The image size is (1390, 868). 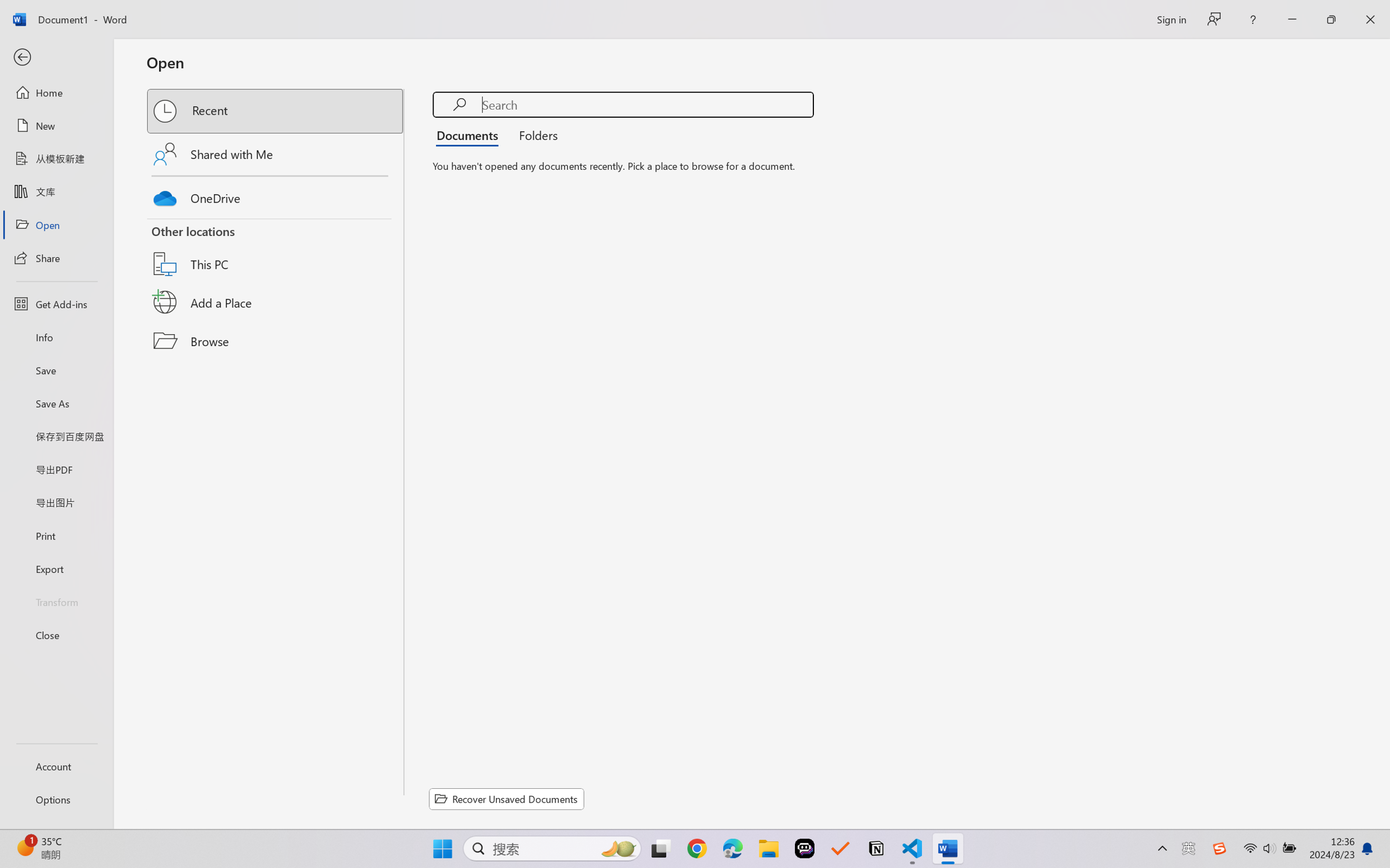 I want to click on 'Folders', so click(x=535, y=134).